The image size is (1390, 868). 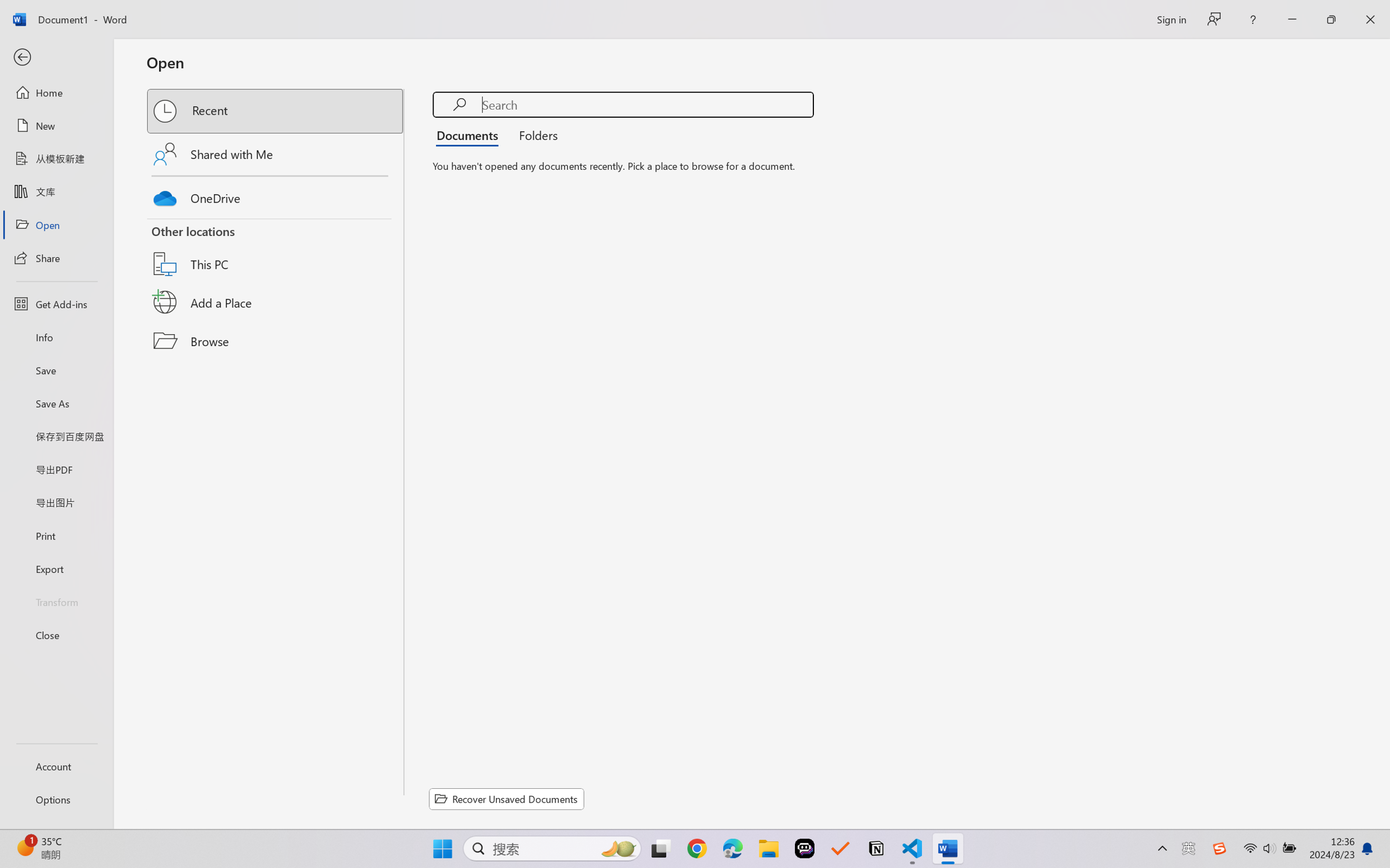 I want to click on 'Folders', so click(x=535, y=134).